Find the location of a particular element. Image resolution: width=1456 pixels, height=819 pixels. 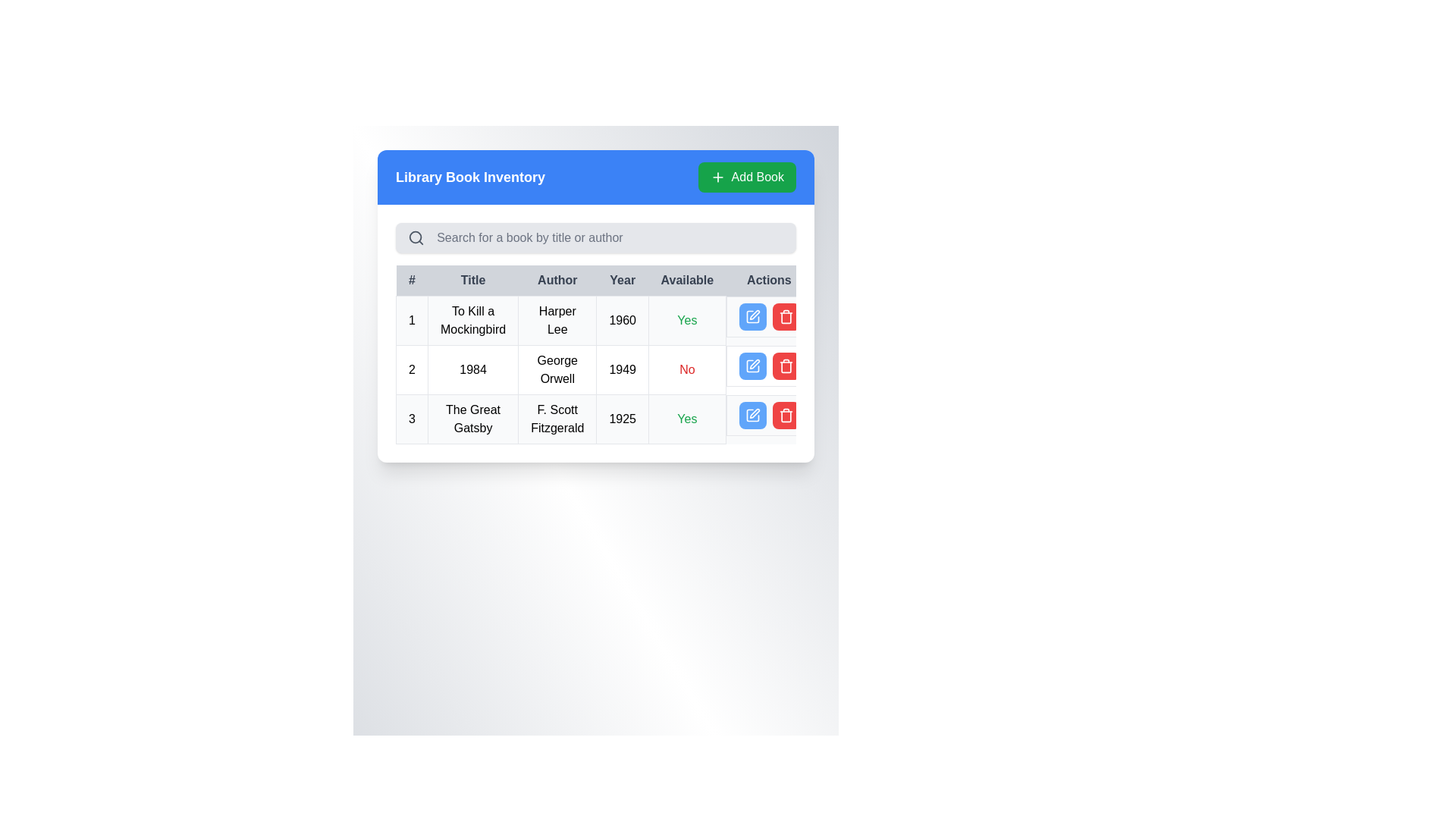

the SVG circle element that represents the search functionality of the input field, which is part of the search icon adjacent to the input box under the 'Library Book Inventory' header is located at coordinates (416, 237).